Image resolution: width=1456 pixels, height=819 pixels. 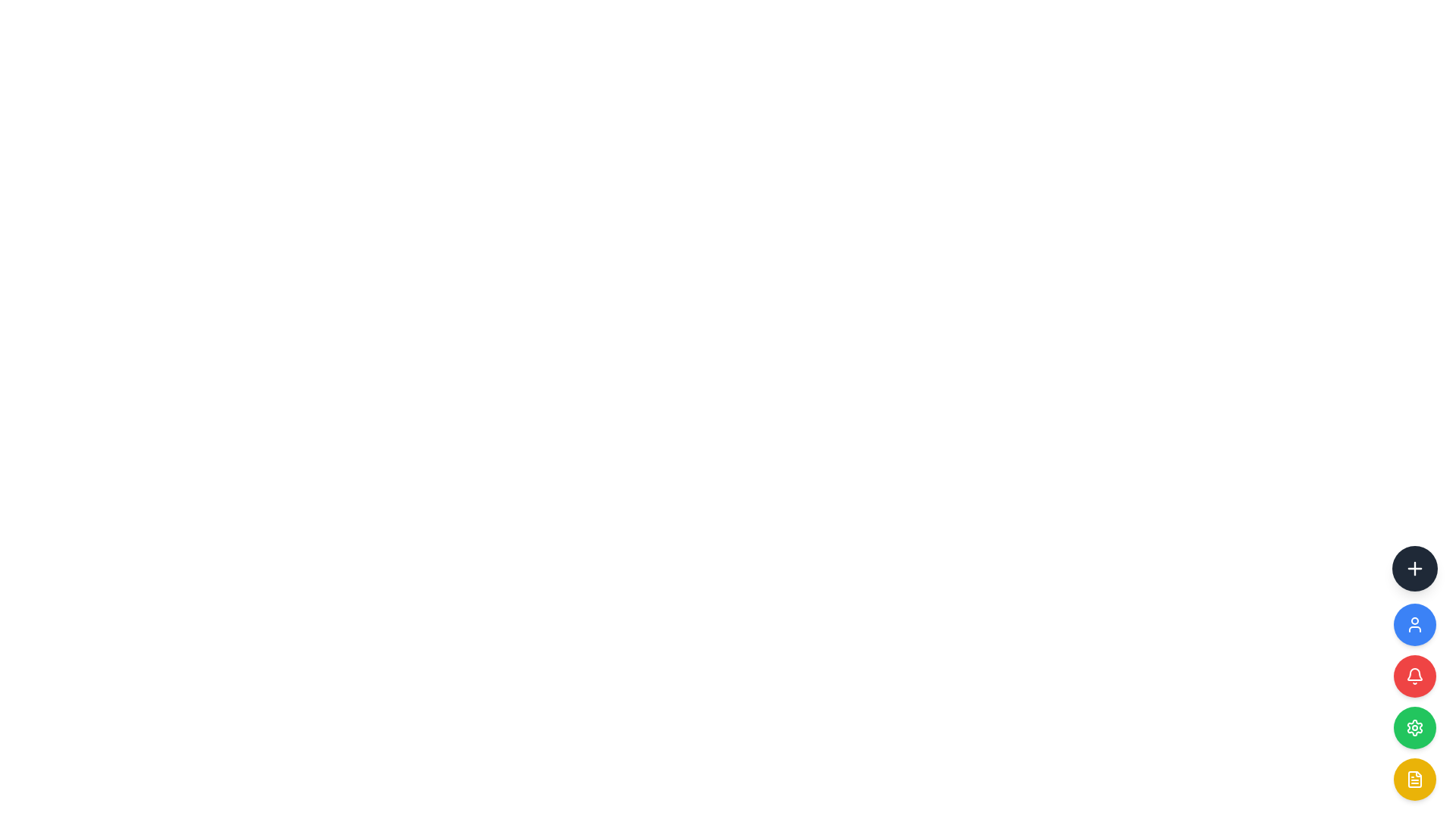 What do you see at coordinates (1414, 672) in the screenshot?
I see `the fifth circular button located at the bottom right corner of the layout` at bounding box center [1414, 672].